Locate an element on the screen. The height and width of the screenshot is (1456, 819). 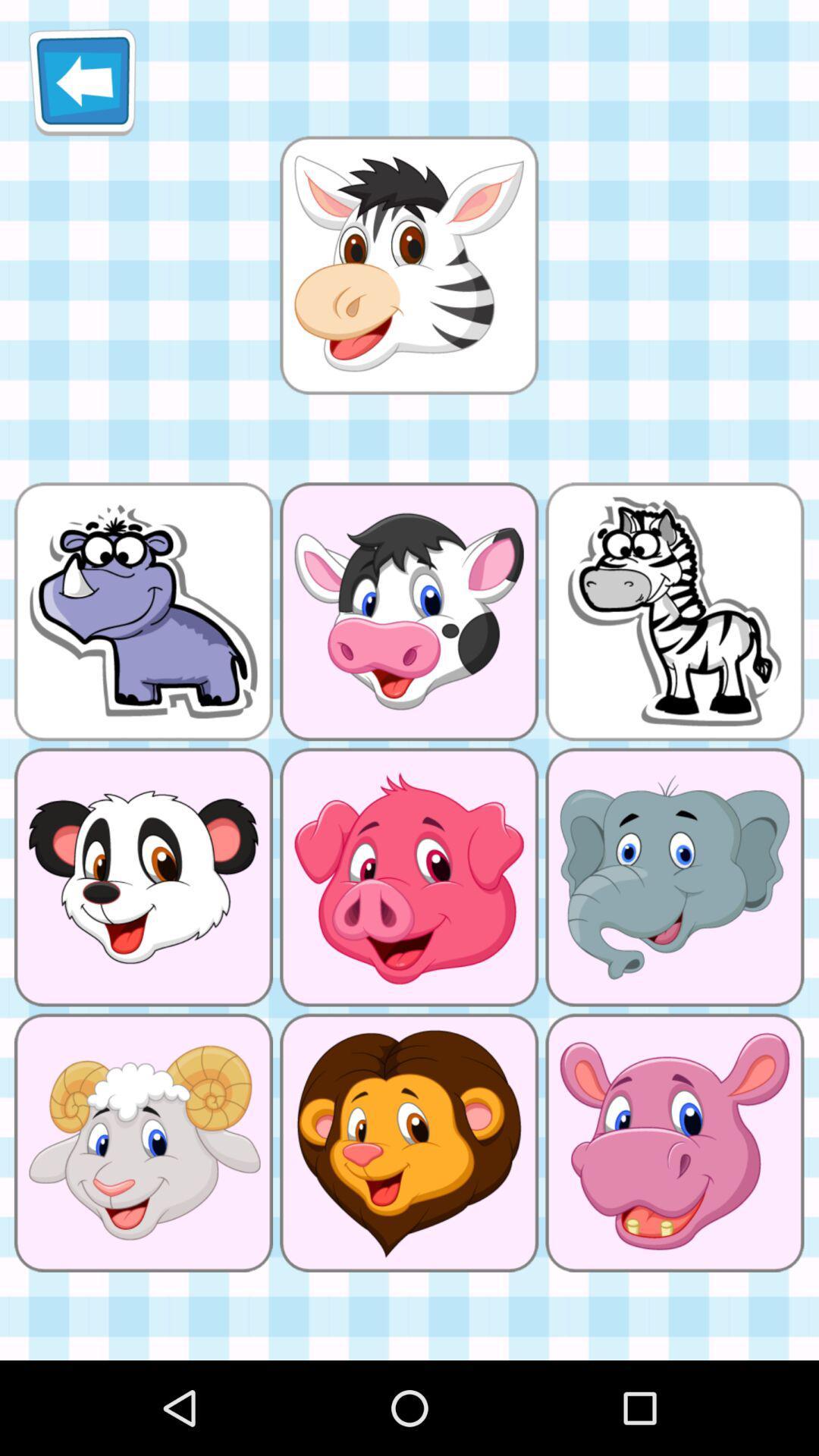
the image lion is located at coordinates (408, 1143).